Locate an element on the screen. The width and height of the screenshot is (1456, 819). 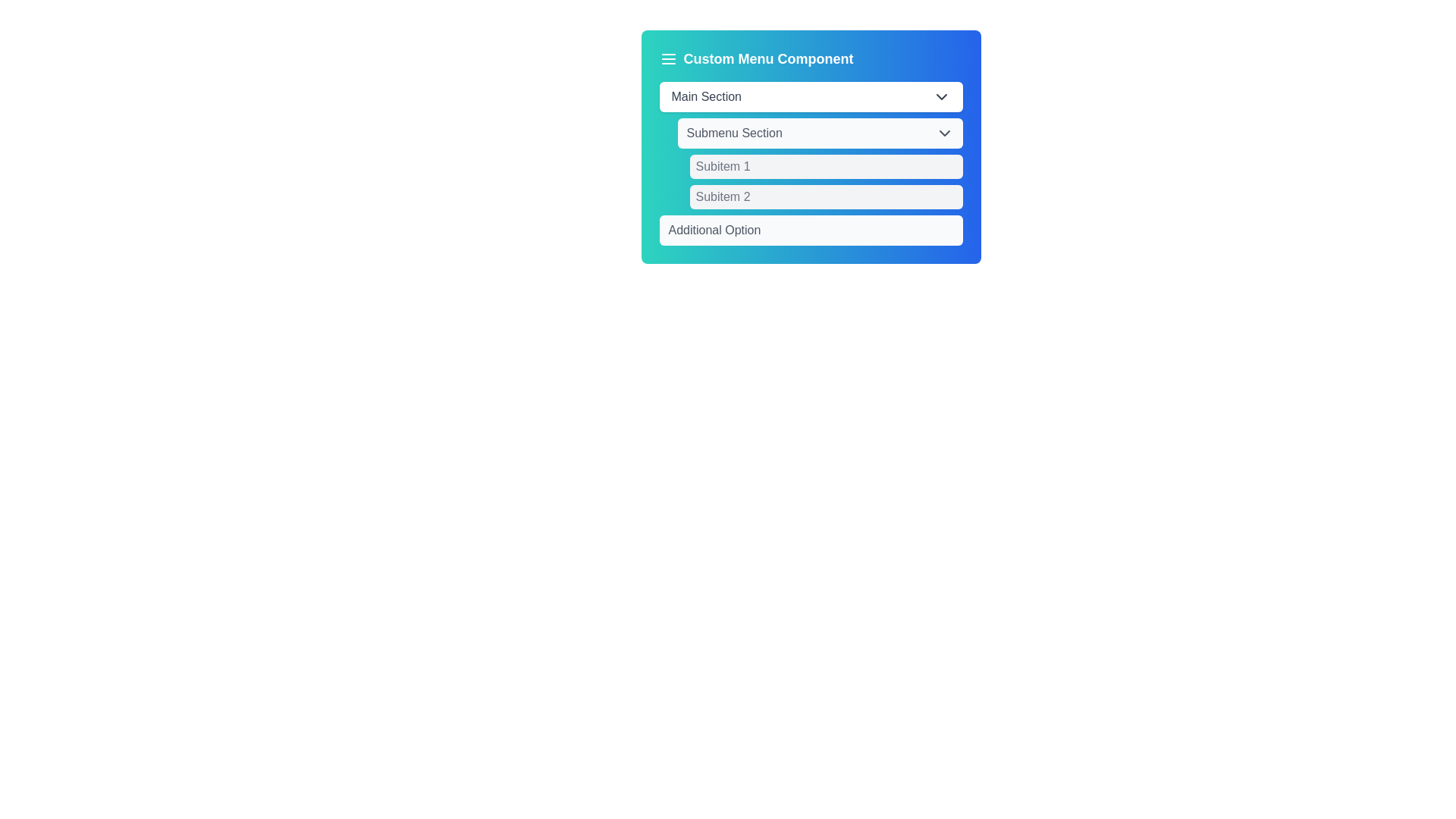
the 'Additional Option' button, which is a horizontal rectangular button with rounded corners and a white background that shifts to a lighter gray when hovered upon is located at coordinates (810, 231).